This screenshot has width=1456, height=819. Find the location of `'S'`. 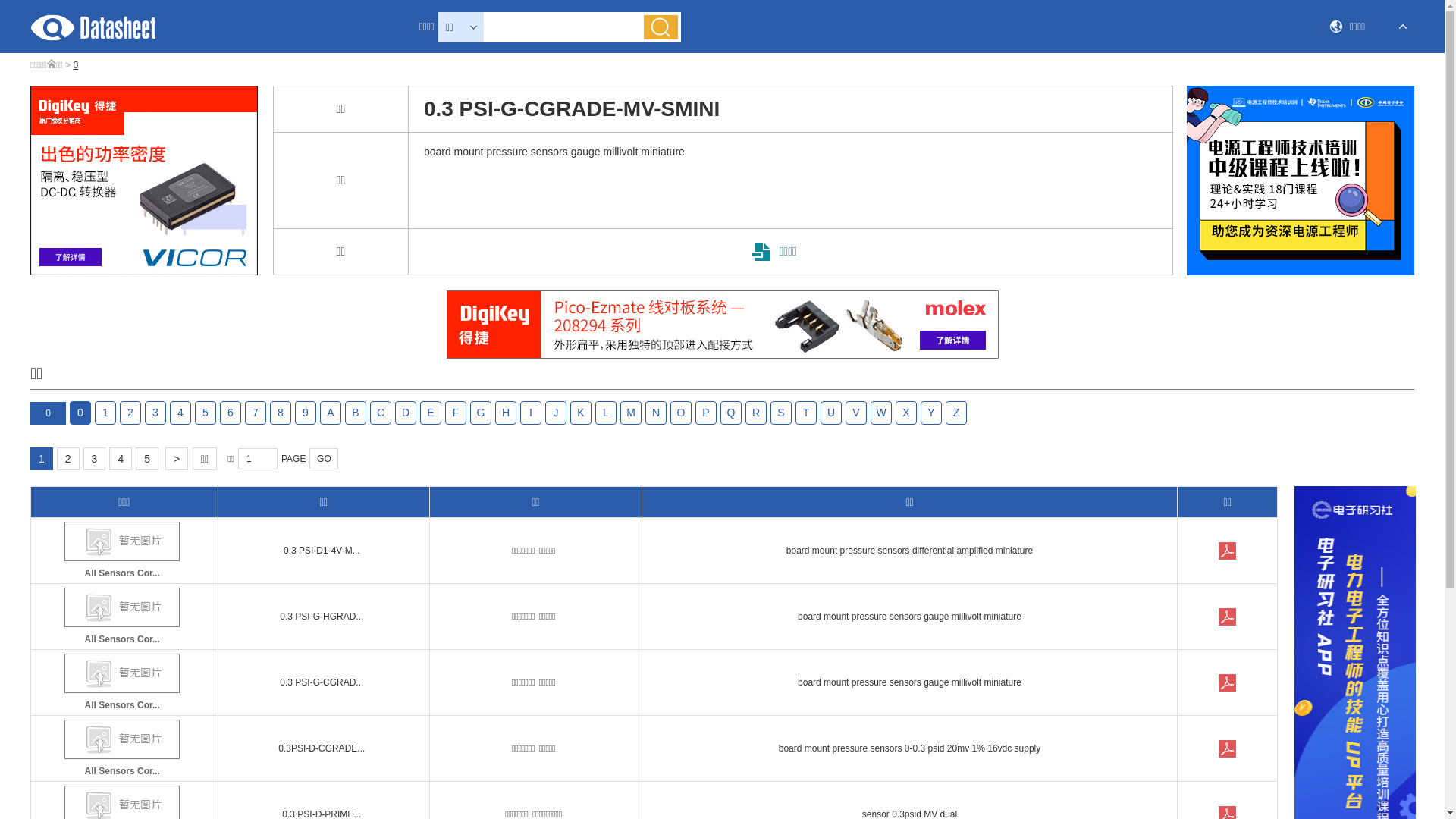

'S' is located at coordinates (781, 413).